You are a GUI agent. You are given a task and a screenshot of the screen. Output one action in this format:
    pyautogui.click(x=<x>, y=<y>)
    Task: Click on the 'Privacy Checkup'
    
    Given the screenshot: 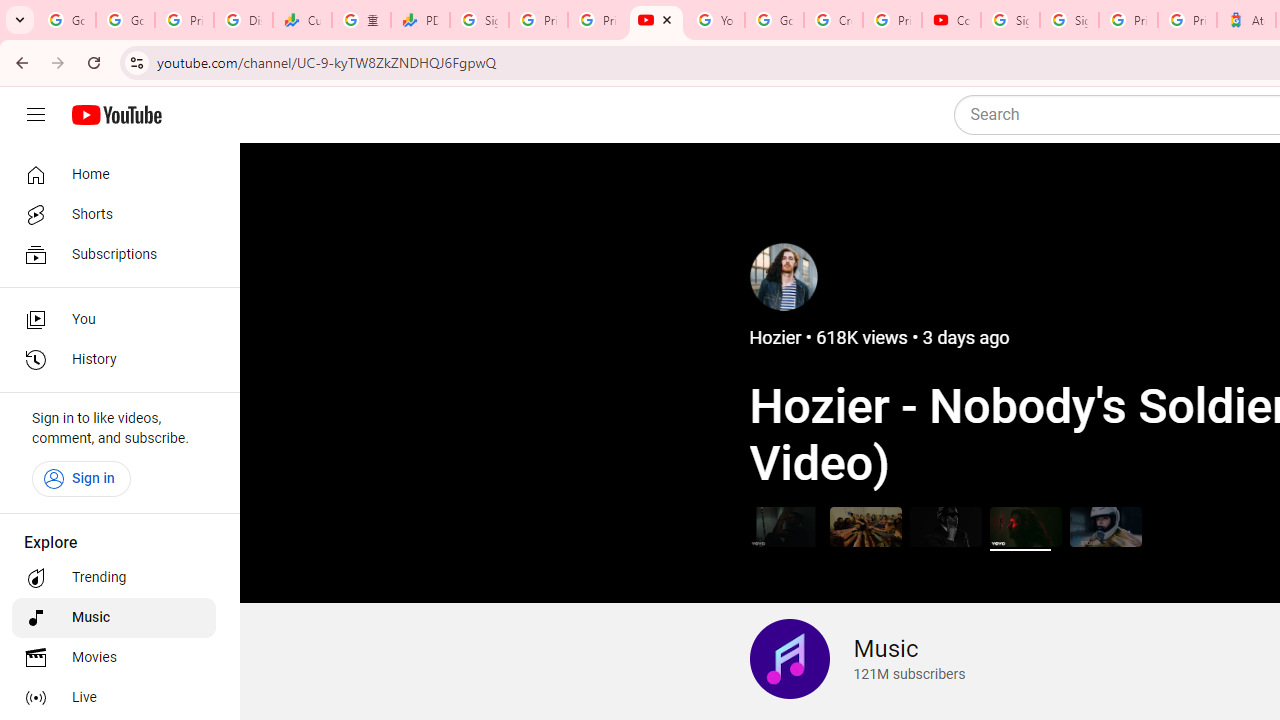 What is the action you would take?
    pyautogui.click(x=596, y=20)
    